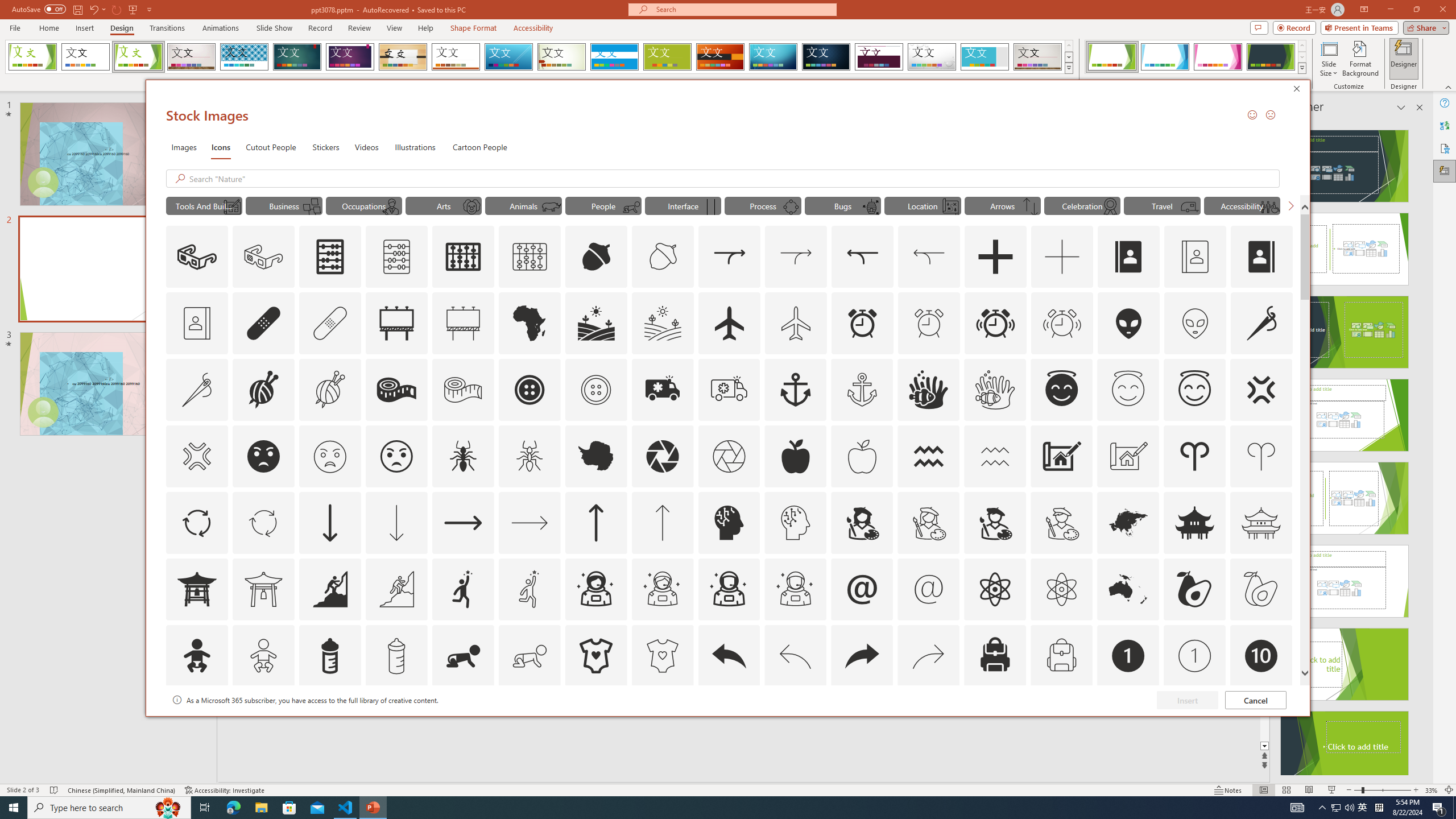 This screenshot has height=819, width=1456. Describe the element at coordinates (1164, 56) in the screenshot. I see `'Facet Variant 2'` at that location.